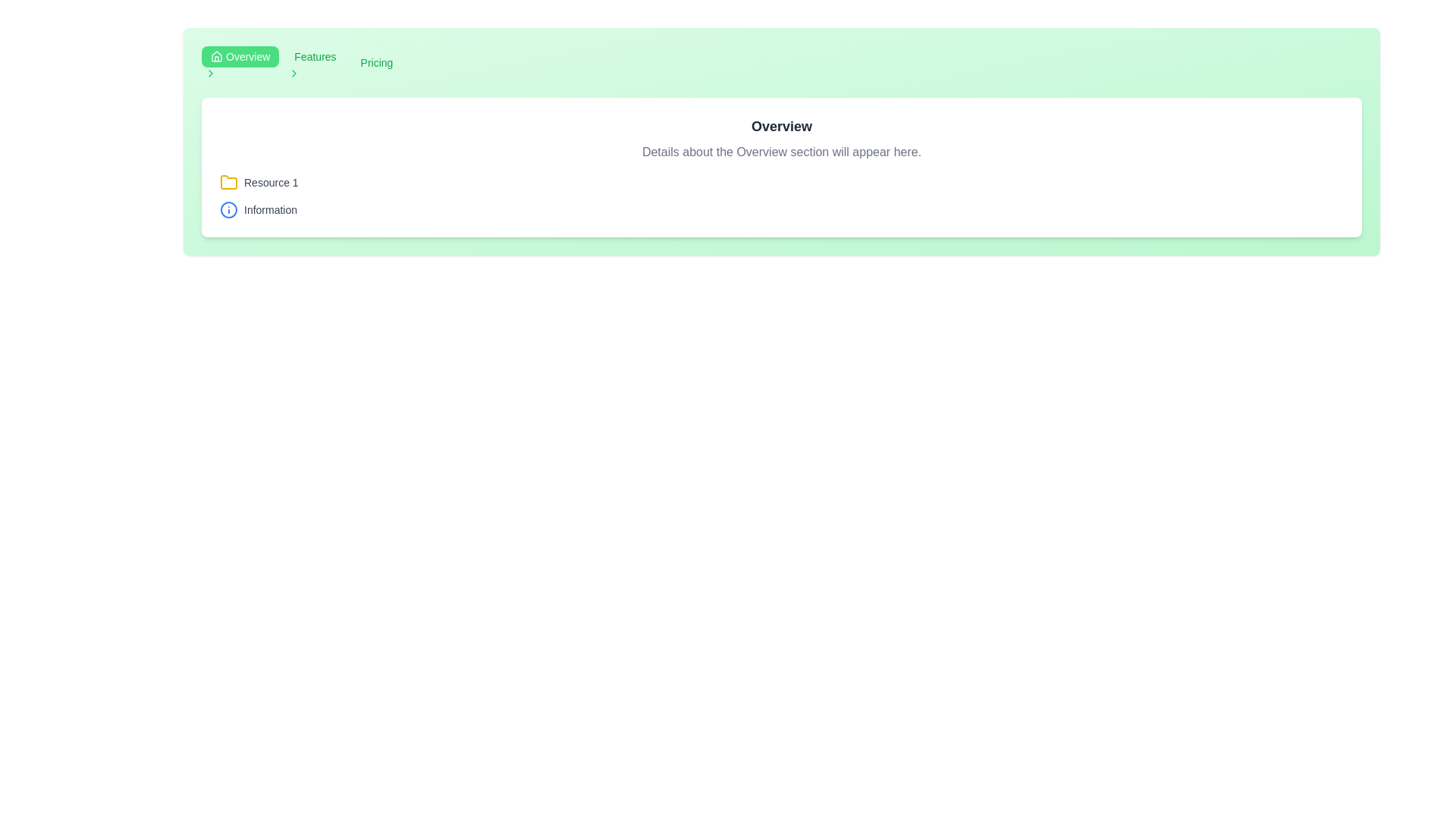 The height and width of the screenshot is (819, 1456). I want to click on the text label associated with the yellow folder icon to associate the label with the folder, so click(271, 181).